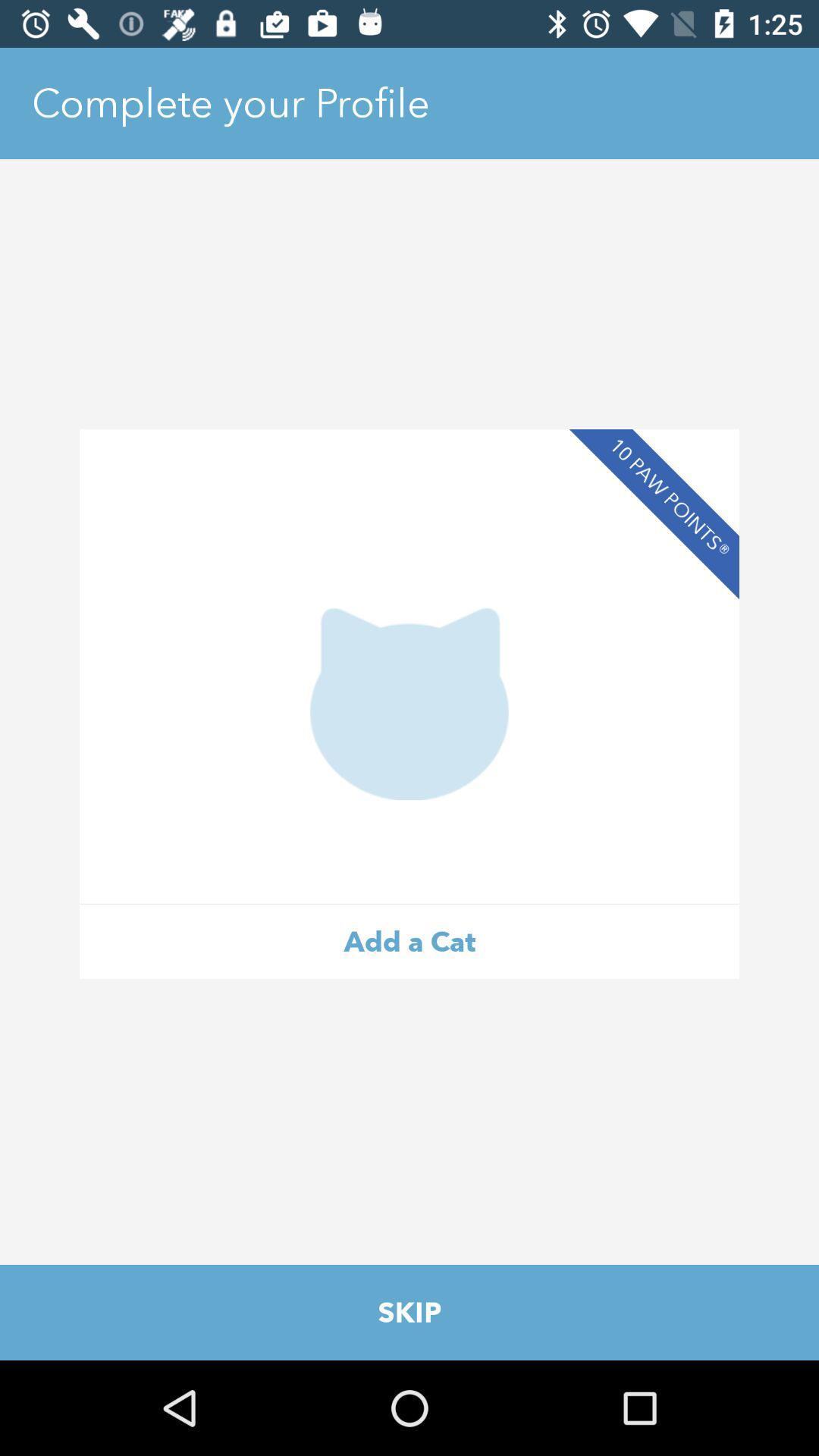 The image size is (819, 1456). I want to click on skip icon, so click(409, 1312).